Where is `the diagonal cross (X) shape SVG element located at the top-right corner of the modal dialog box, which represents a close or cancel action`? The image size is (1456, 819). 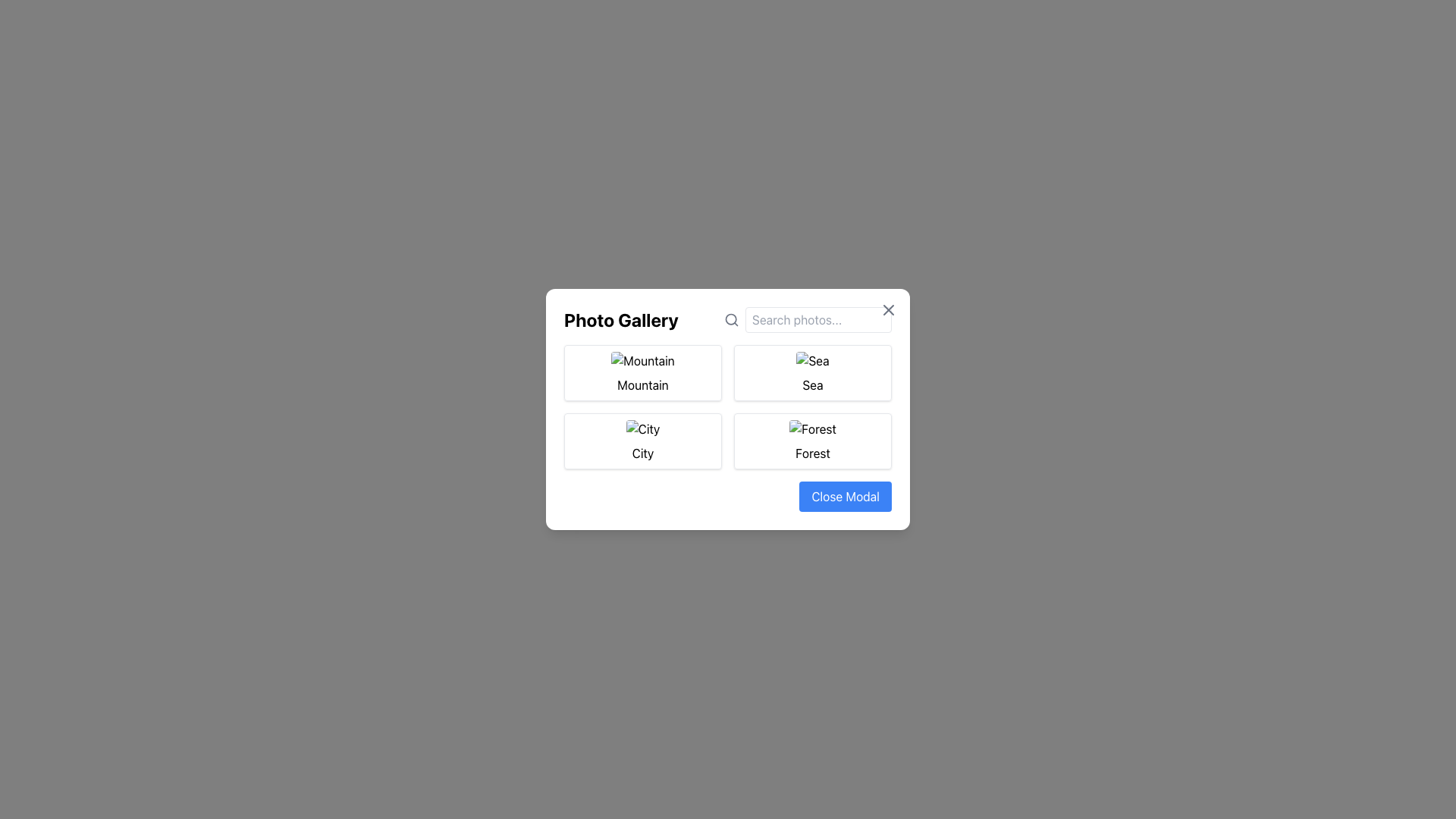
the diagonal cross (X) shape SVG element located at the top-right corner of the modal dialog box, which represents a close or cancel action is located at coordinates (888, 309).